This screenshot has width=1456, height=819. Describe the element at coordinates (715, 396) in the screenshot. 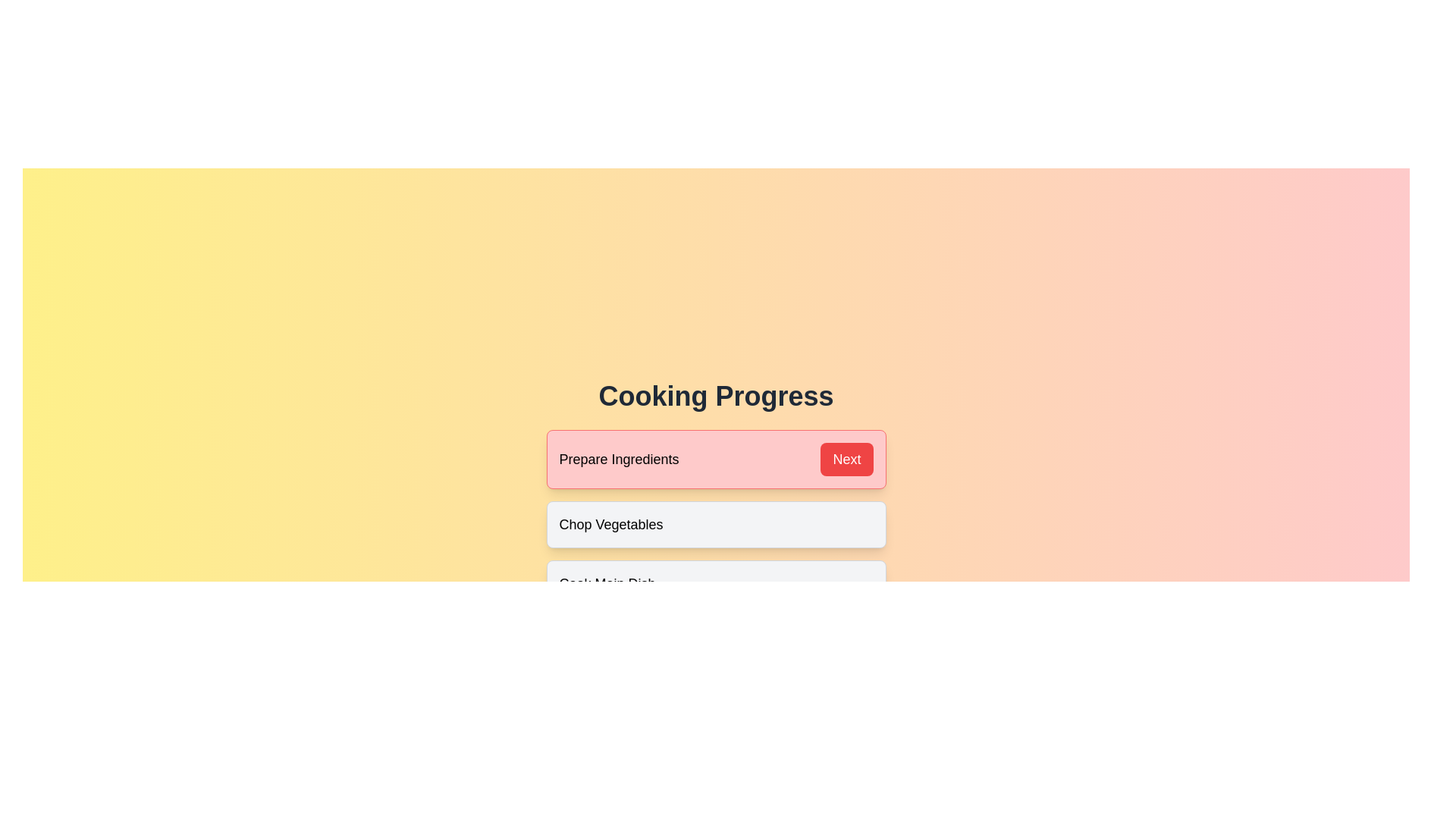

I see `the bold header titled 'Cooking Progress' that is centrally aligned at the top of the interface with a gradient background from yellow to red` at that location.